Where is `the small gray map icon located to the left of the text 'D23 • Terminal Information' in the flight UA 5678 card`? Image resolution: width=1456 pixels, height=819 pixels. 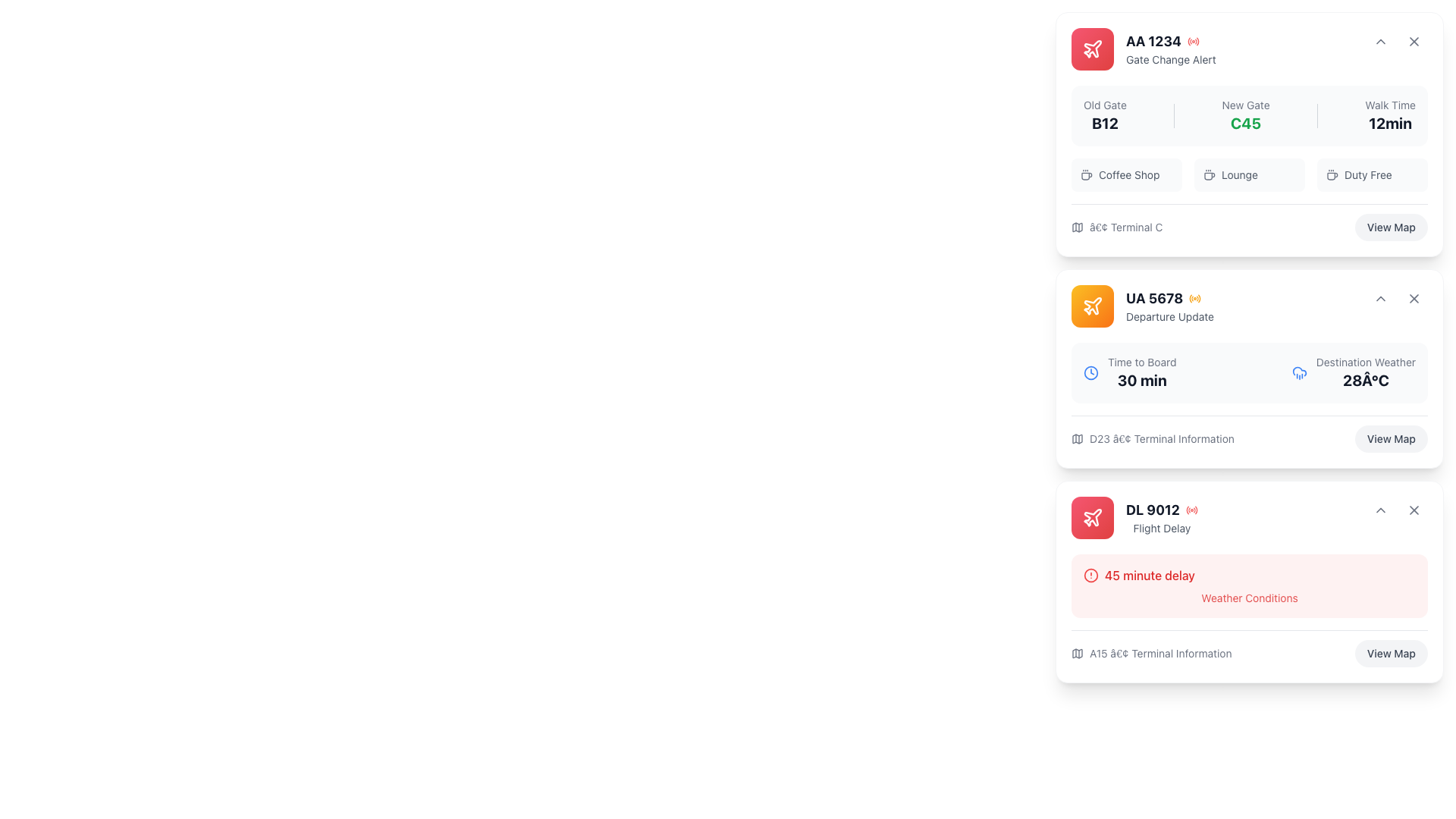 the small gray map icon located to the left of the text 'D23 • Terminal Information' in the flight UA 5678 card is located at coordinates (1076, 438).